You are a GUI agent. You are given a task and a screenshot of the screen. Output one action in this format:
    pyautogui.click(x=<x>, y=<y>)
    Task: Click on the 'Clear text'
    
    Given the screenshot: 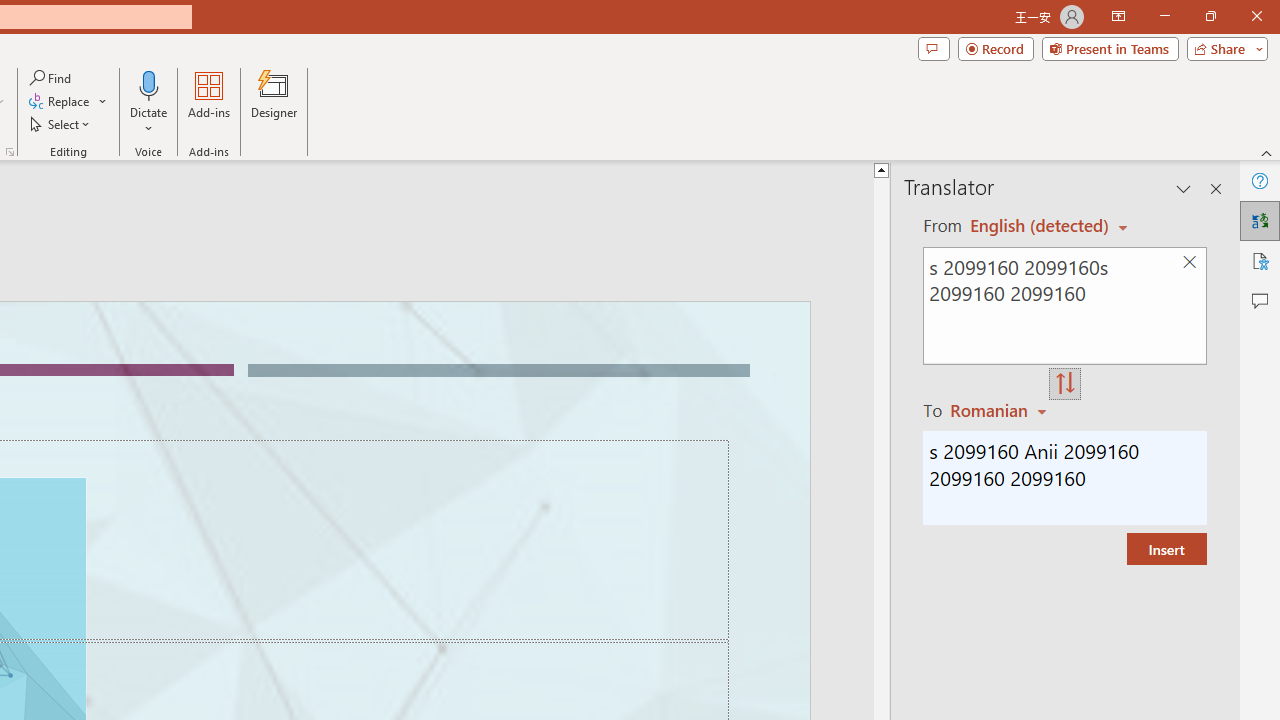 What is the action you would take?
    pyautogui.click(x=1189, y=262)
    